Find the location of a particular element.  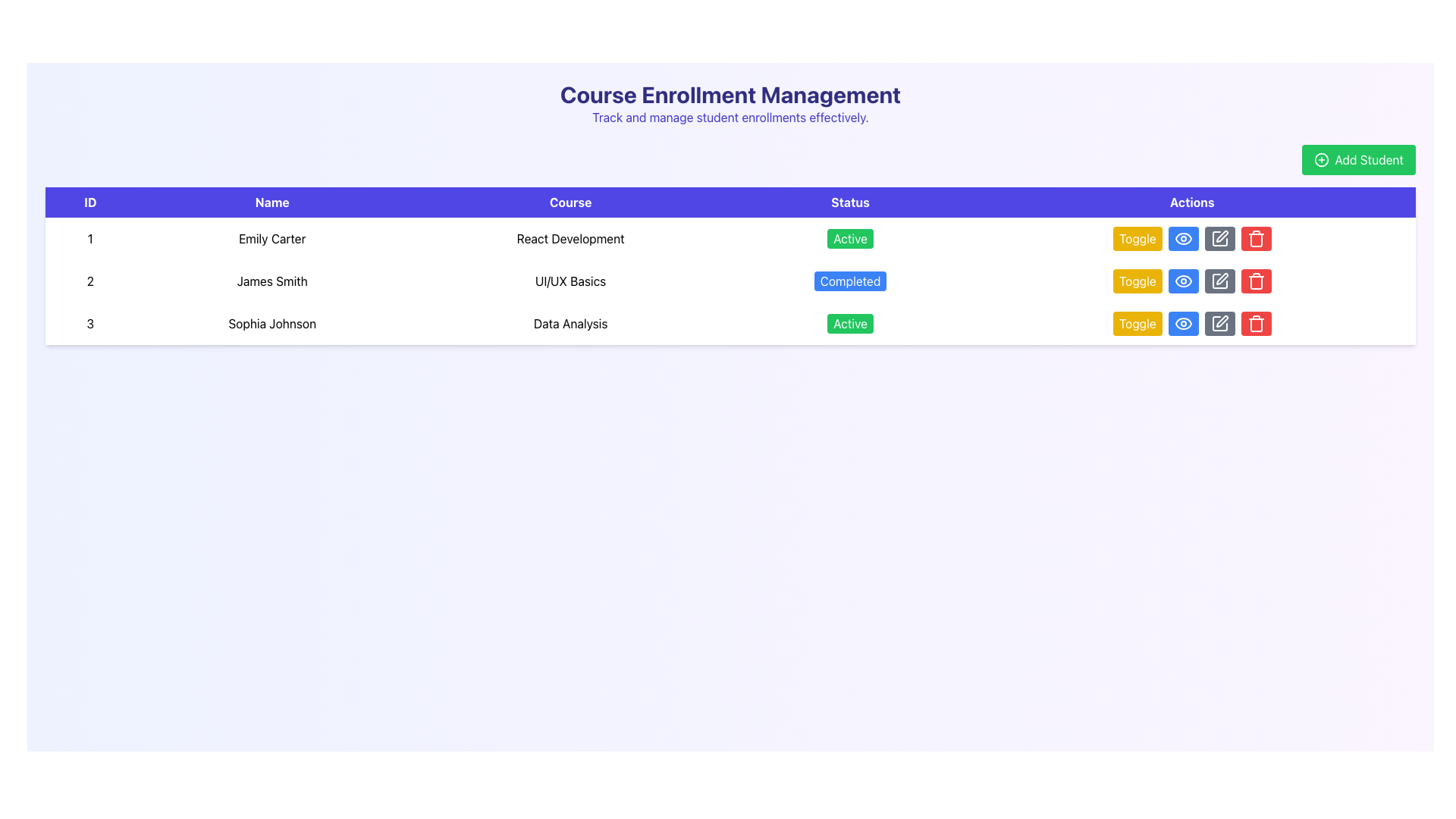

the first table cell under the header 'ID' that uniquely identifies the row for 'Emily Carter' is located at coordinates (89, 239).